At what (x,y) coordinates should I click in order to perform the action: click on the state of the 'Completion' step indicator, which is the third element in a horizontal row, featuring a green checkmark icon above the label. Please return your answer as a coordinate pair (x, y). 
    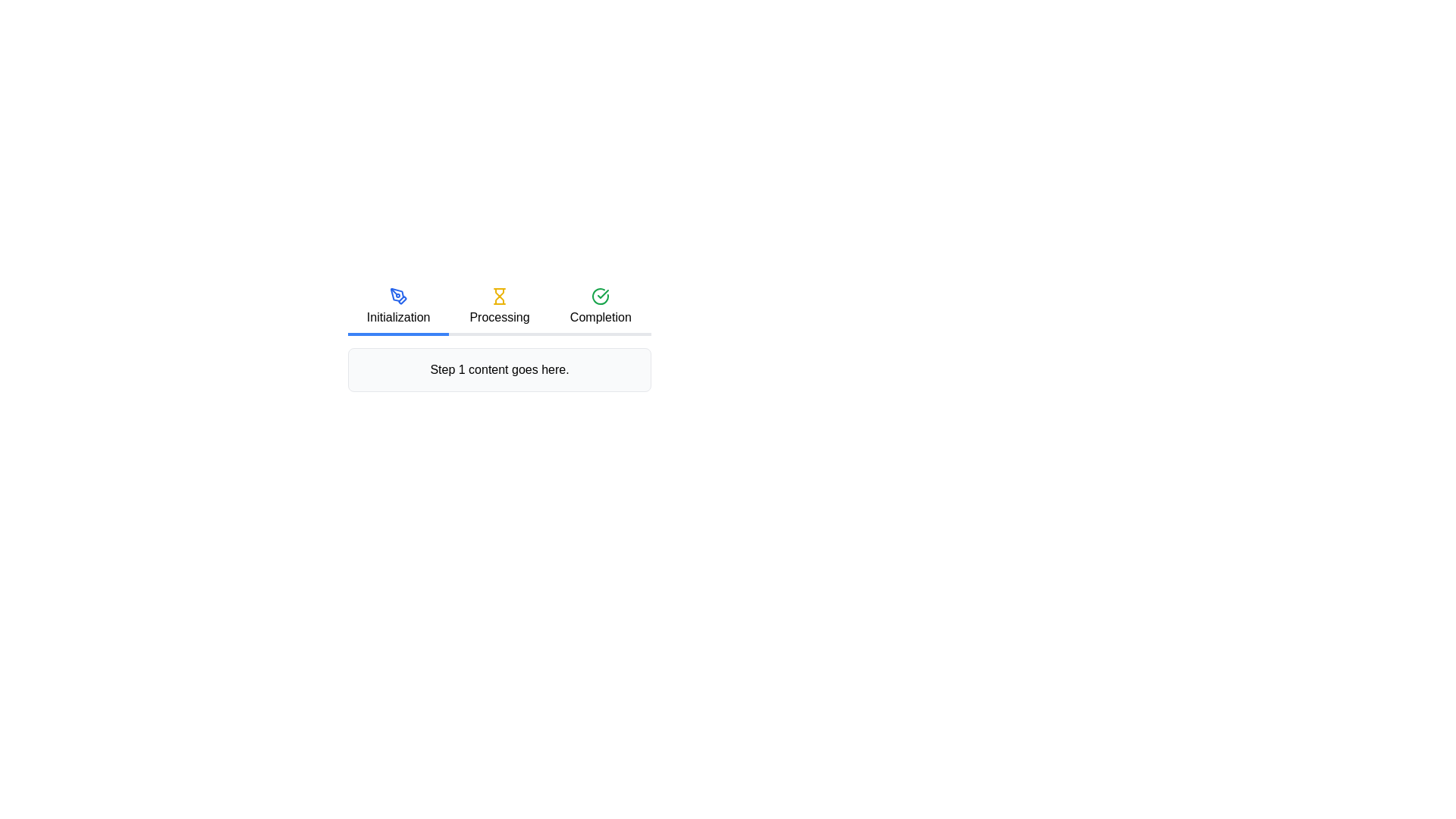
    Looking at the image, I should click on (600, 308).